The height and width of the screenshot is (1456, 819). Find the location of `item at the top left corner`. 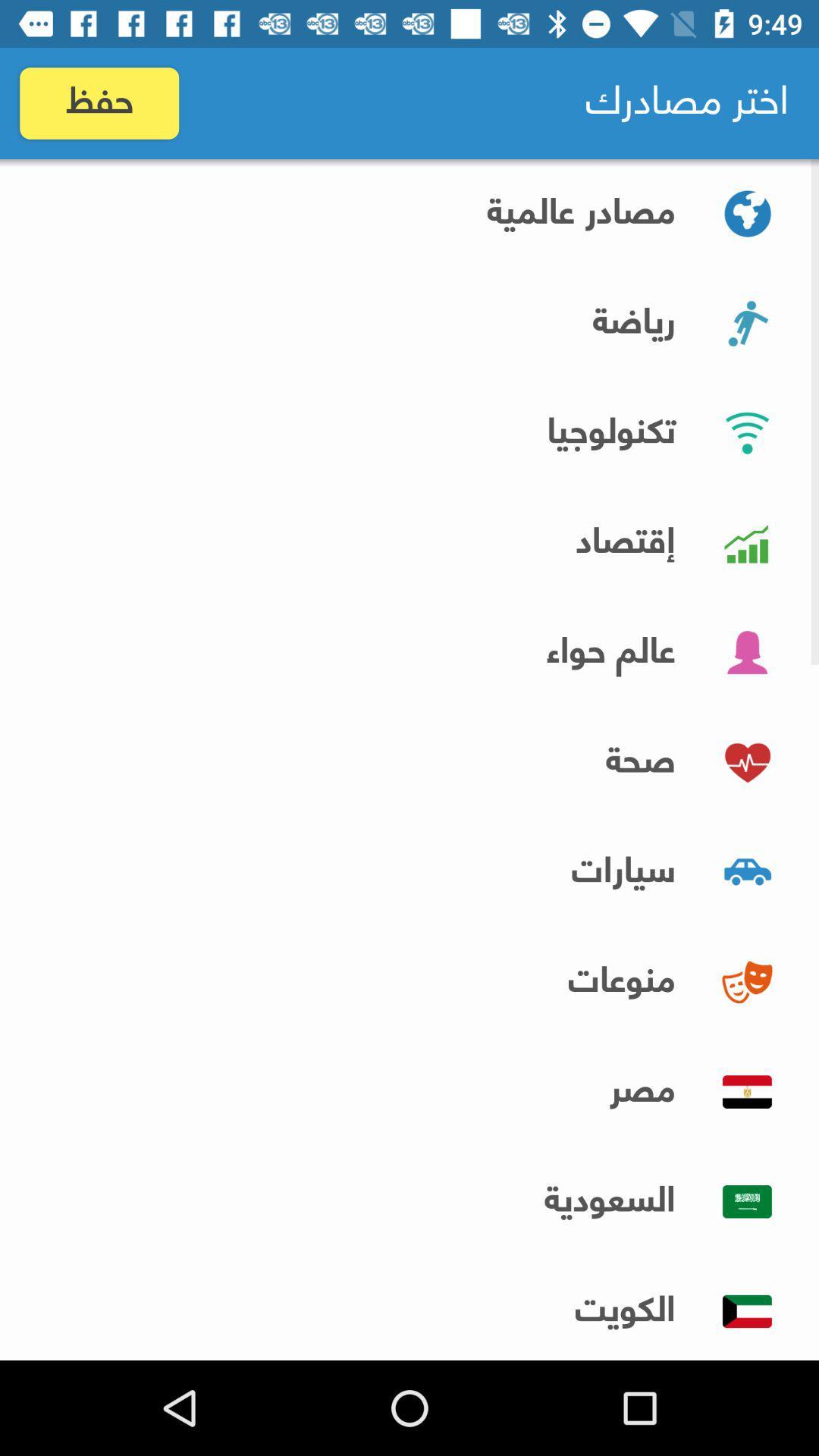

item at the top left corner is located at coordinates (99, 102).